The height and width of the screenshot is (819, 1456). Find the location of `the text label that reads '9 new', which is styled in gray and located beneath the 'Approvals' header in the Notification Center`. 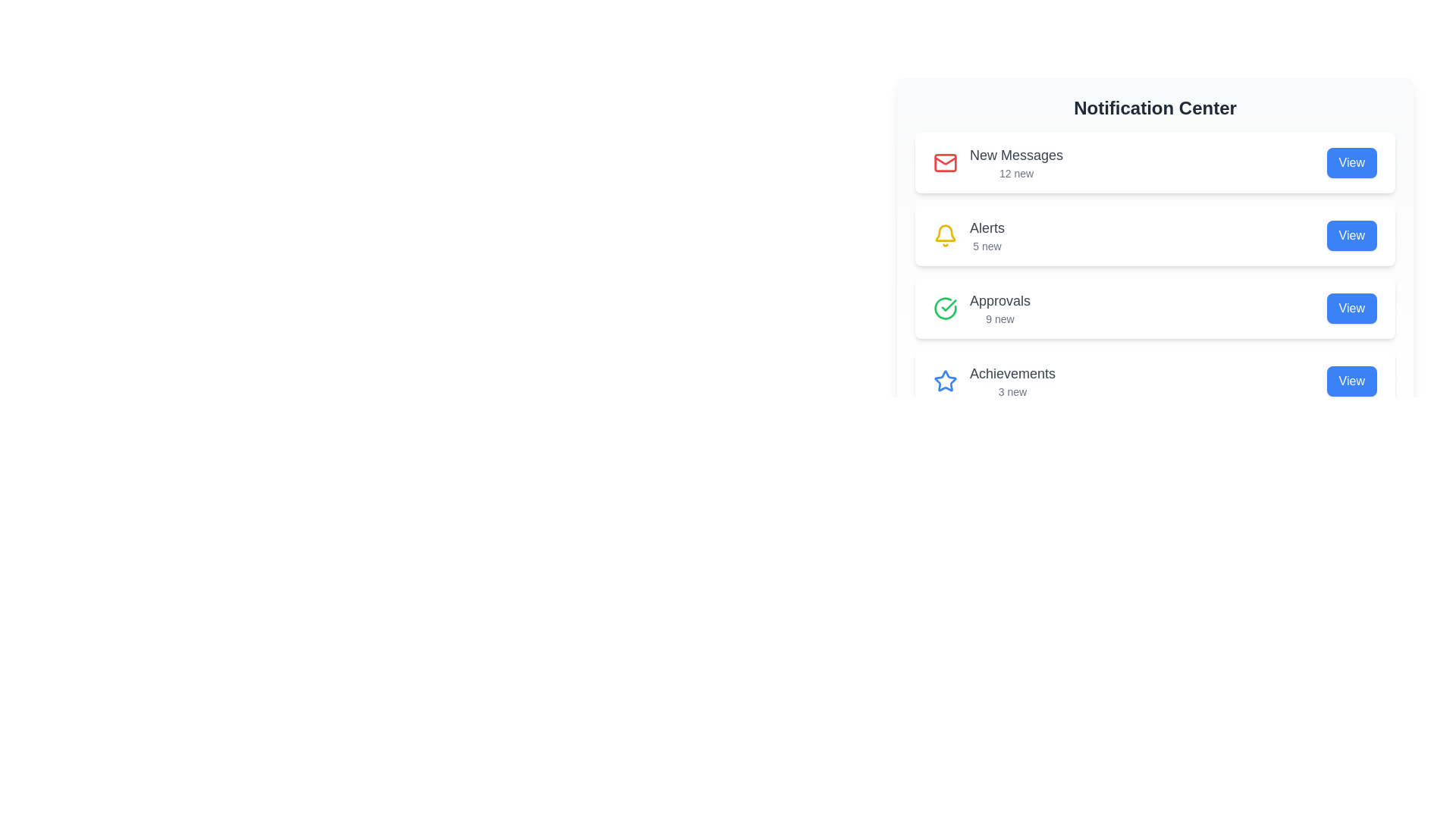

the text label that reads '9 new', which is styled in gray and located beneath the 'Approvals' header in the Notification Center is located at coordinates (1000, 318).